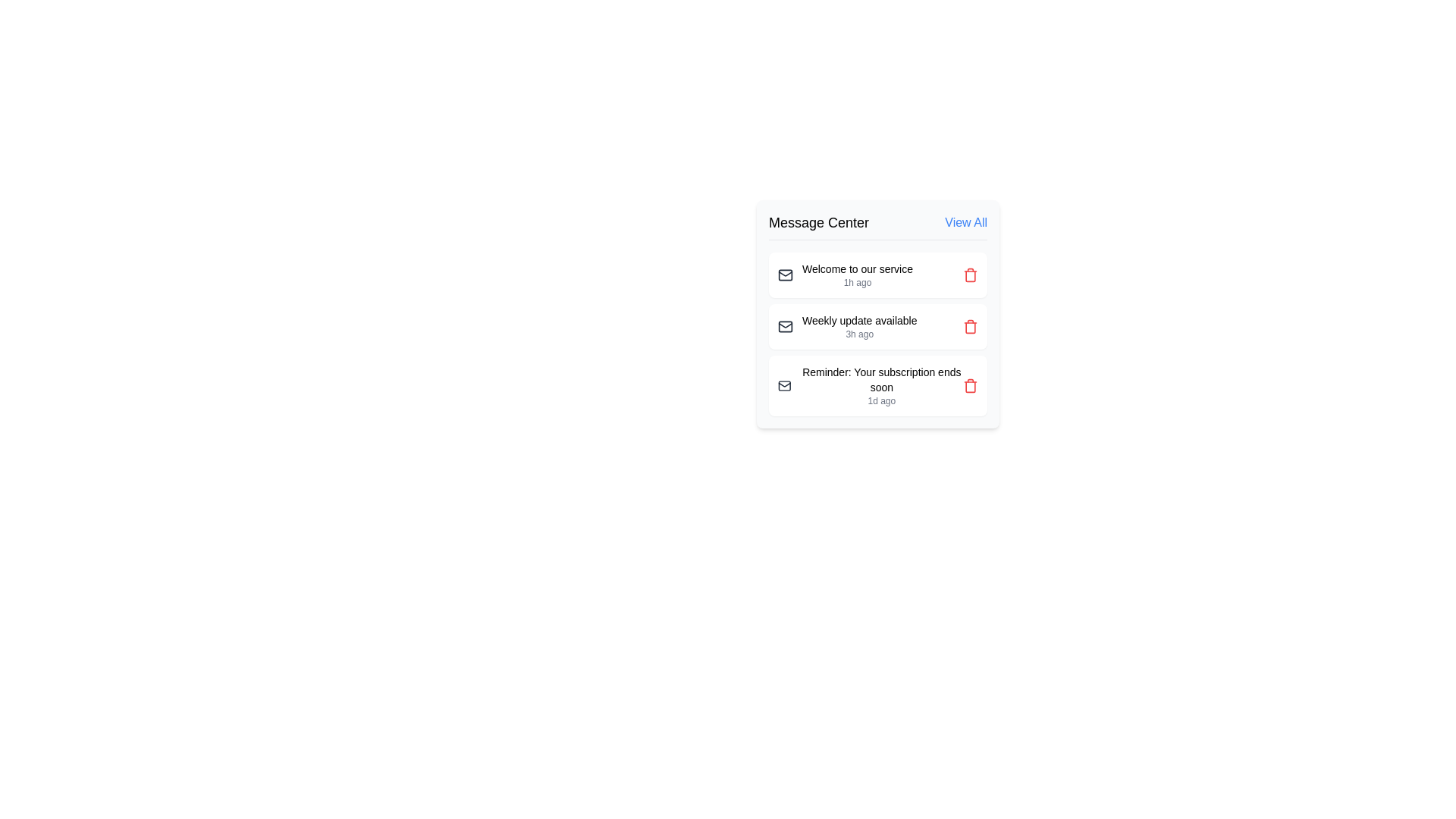 The image size is (1456, 819). Describe the element at coordinates (877, 385) in the screenshot. I see `the third item in the notification panel titled 'Message Center', which informs the user of an upcoming subscription expiration, located directly below 'Weekly update available'` at that location.